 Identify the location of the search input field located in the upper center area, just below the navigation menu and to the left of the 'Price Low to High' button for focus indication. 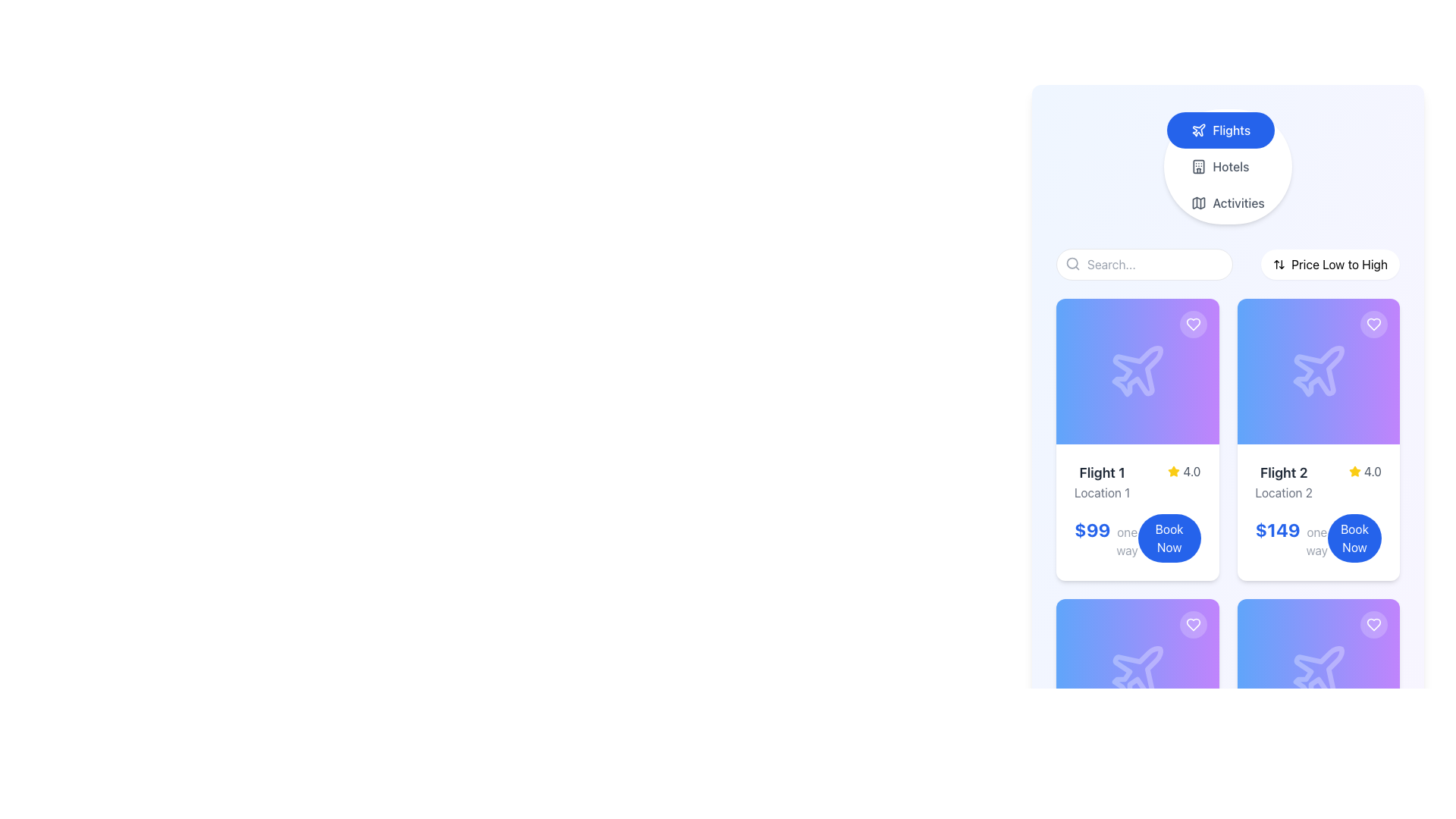
(1144, 263).